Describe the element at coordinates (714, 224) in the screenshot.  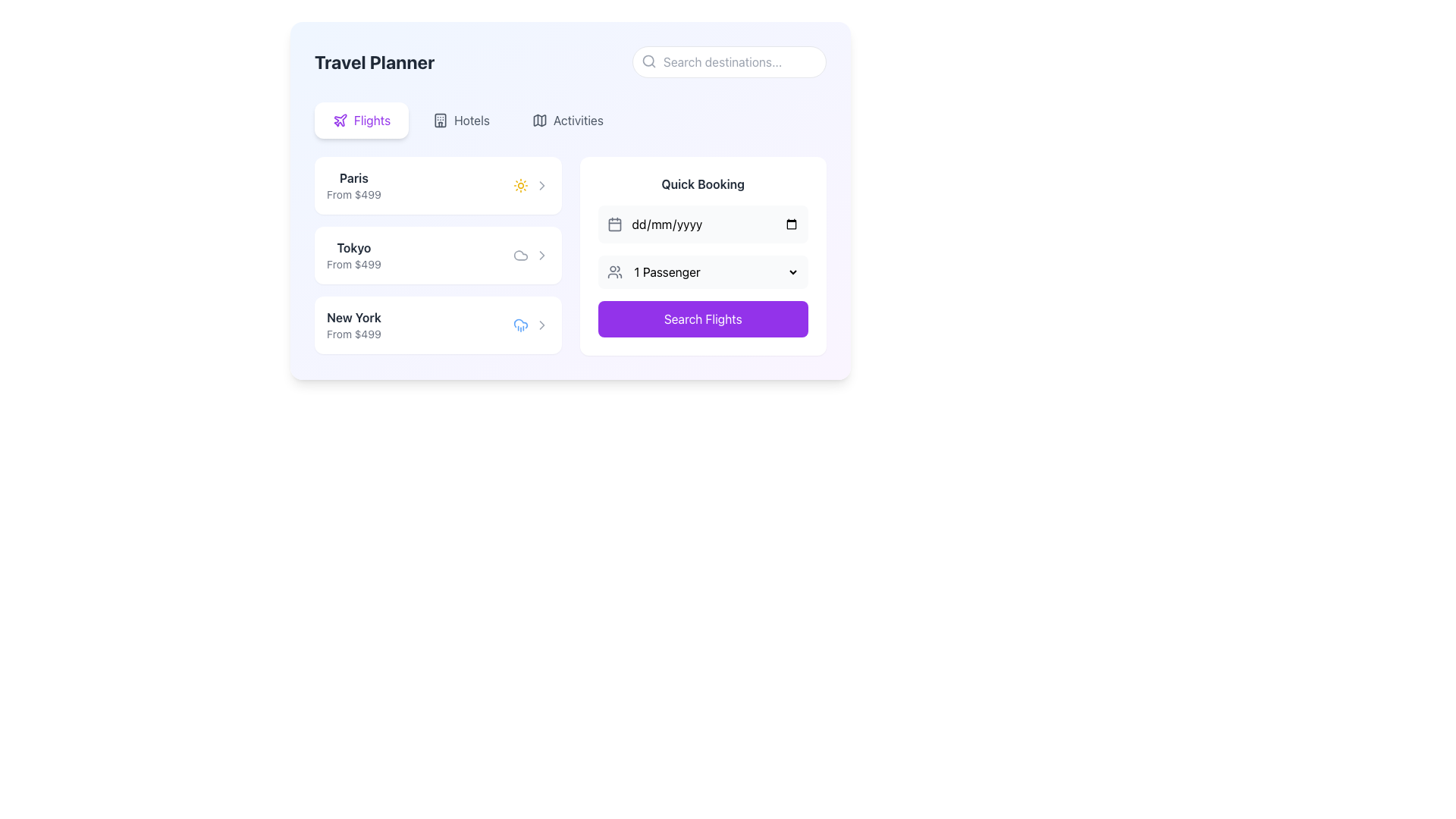
I see `a date using the calendar dropdown from the Date input field located in the 'Quick Booking' section, which is styled with a transparent background and has a placeholder in 'dd/mm/yyyy' format` at that location.